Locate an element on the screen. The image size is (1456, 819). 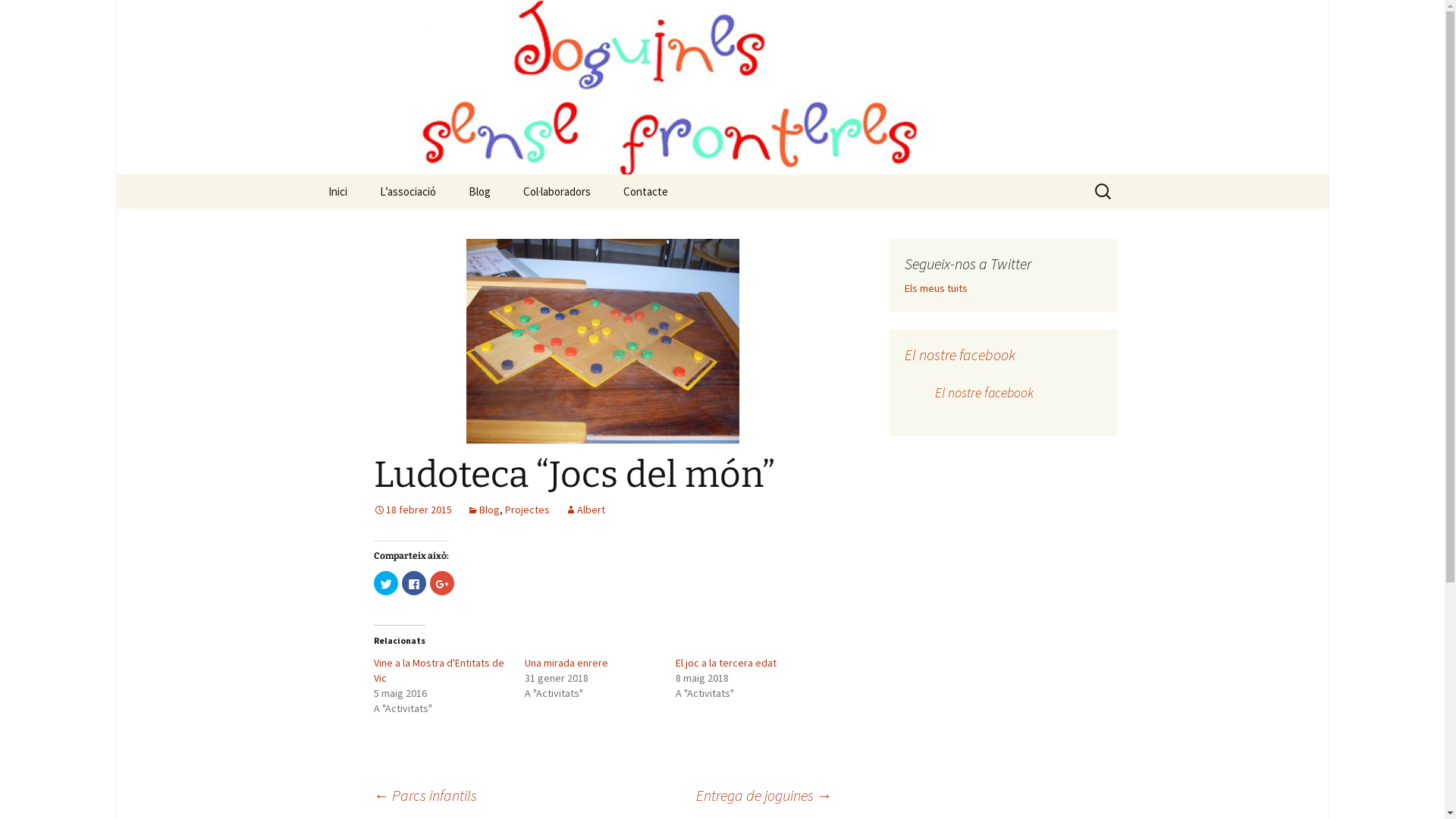
'El nostre facebook' is located at coordinates (983, 391).